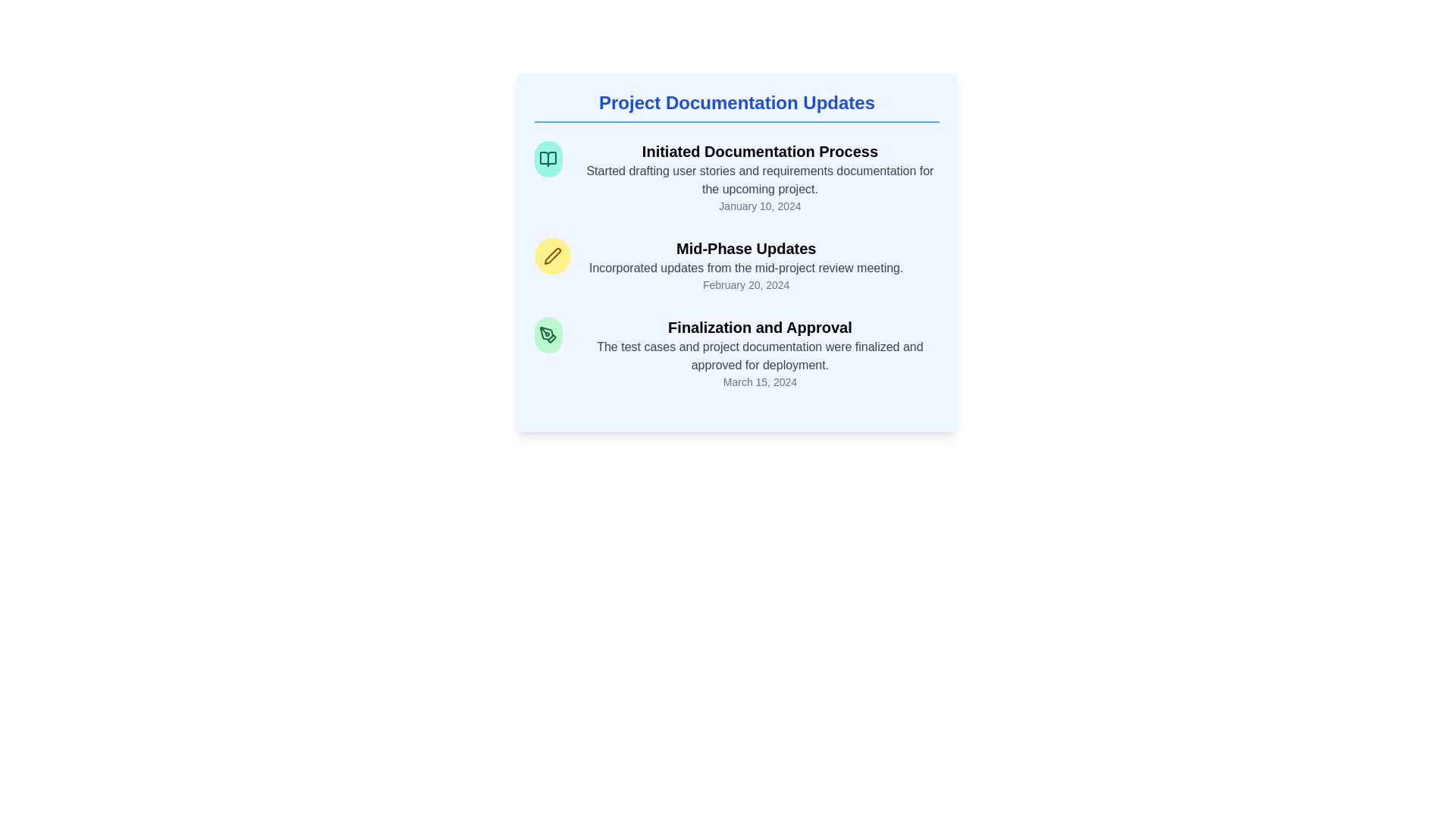 This screenshot has height=819, width=1456. Describe the element at coordinates (552, 256) in the screenshot. I see `the middle circular icon that indicates 'Mid-Phase Updates', located vertically between the book icon above and the plant icon below` at that location.